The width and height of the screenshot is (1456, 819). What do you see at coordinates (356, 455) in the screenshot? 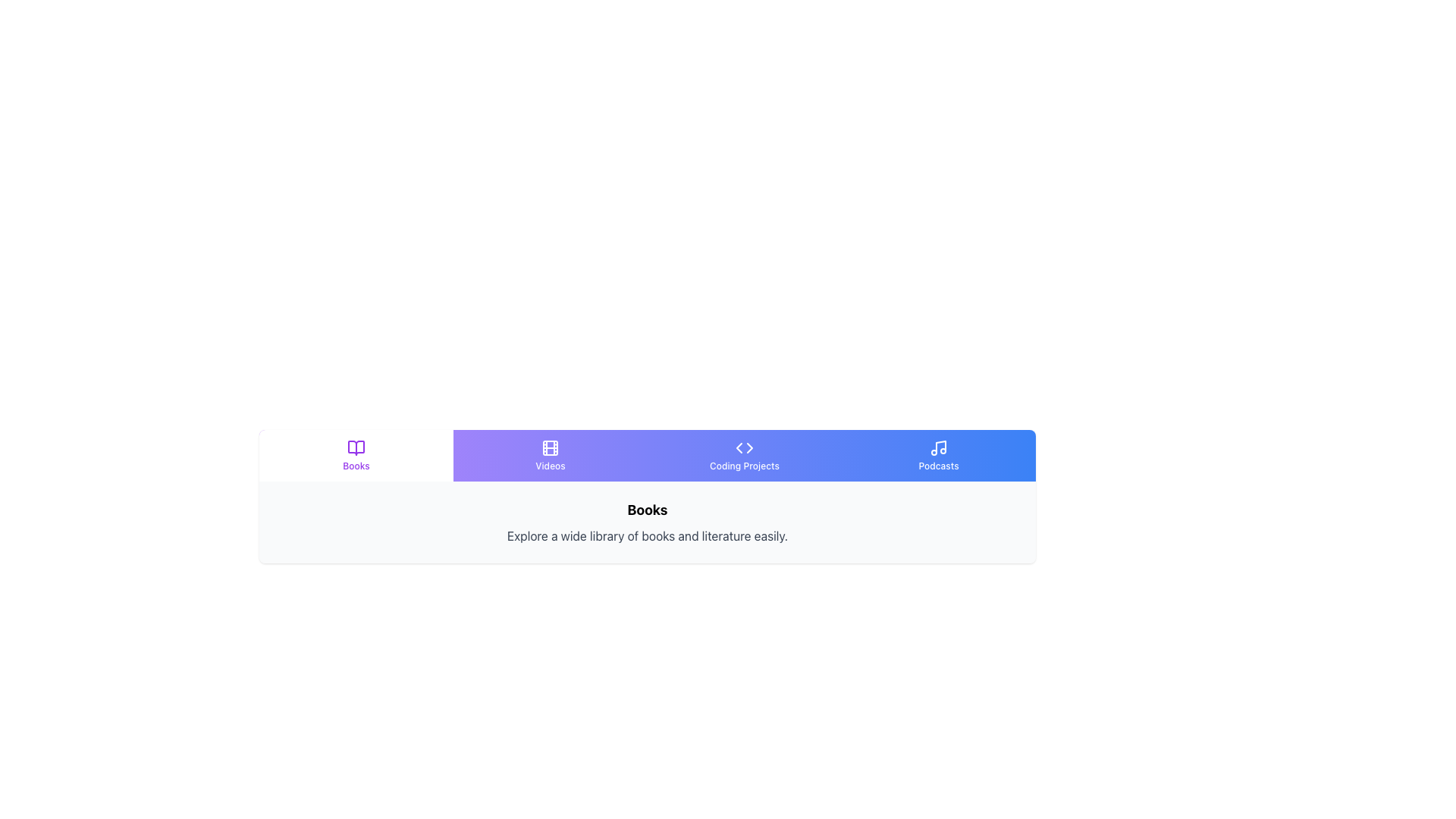
I see `the 'Books' button, which features a purple book icon and purple text on a white background` at bounding box center [356, 455].